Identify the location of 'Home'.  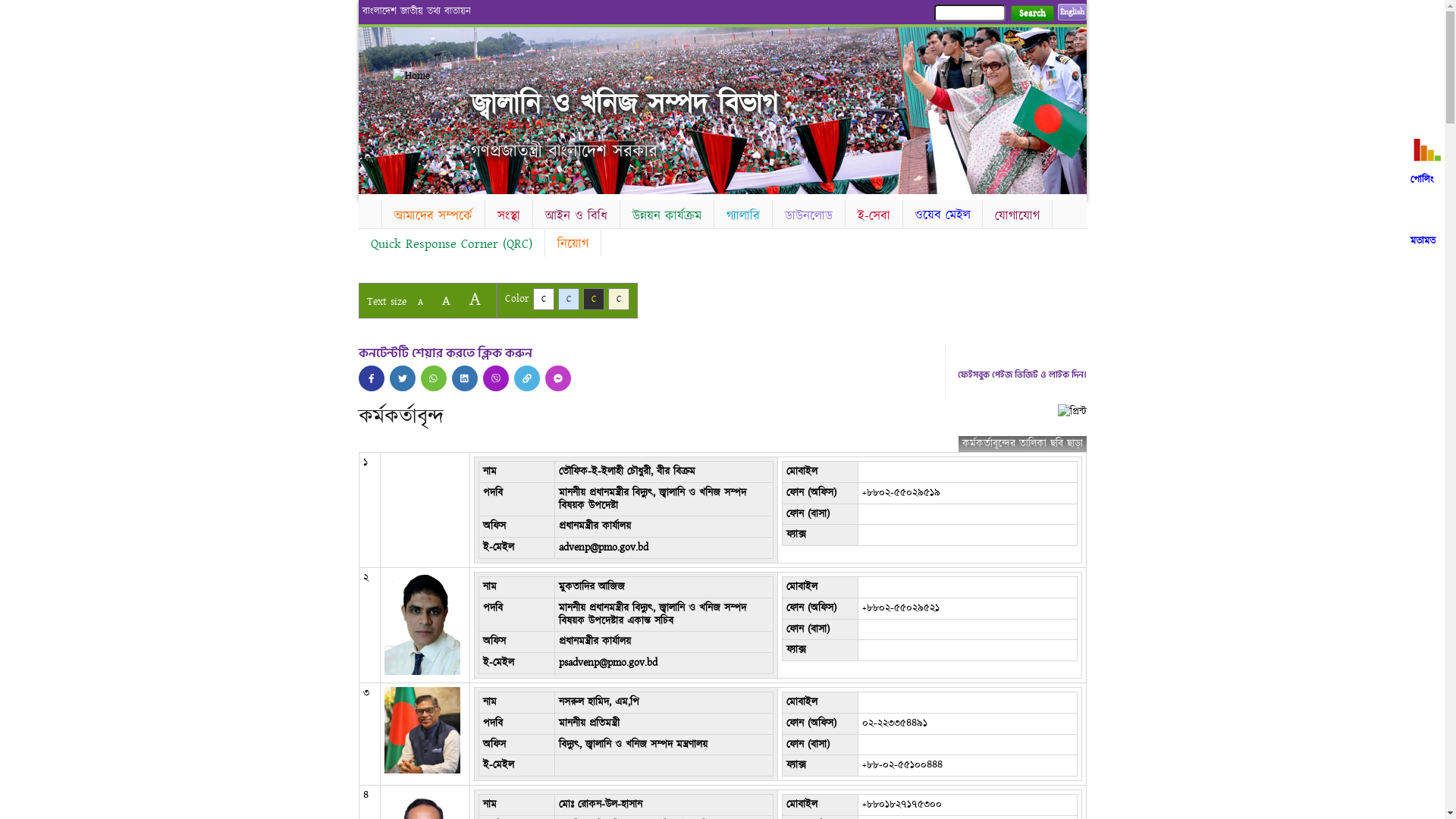
(369, 212).